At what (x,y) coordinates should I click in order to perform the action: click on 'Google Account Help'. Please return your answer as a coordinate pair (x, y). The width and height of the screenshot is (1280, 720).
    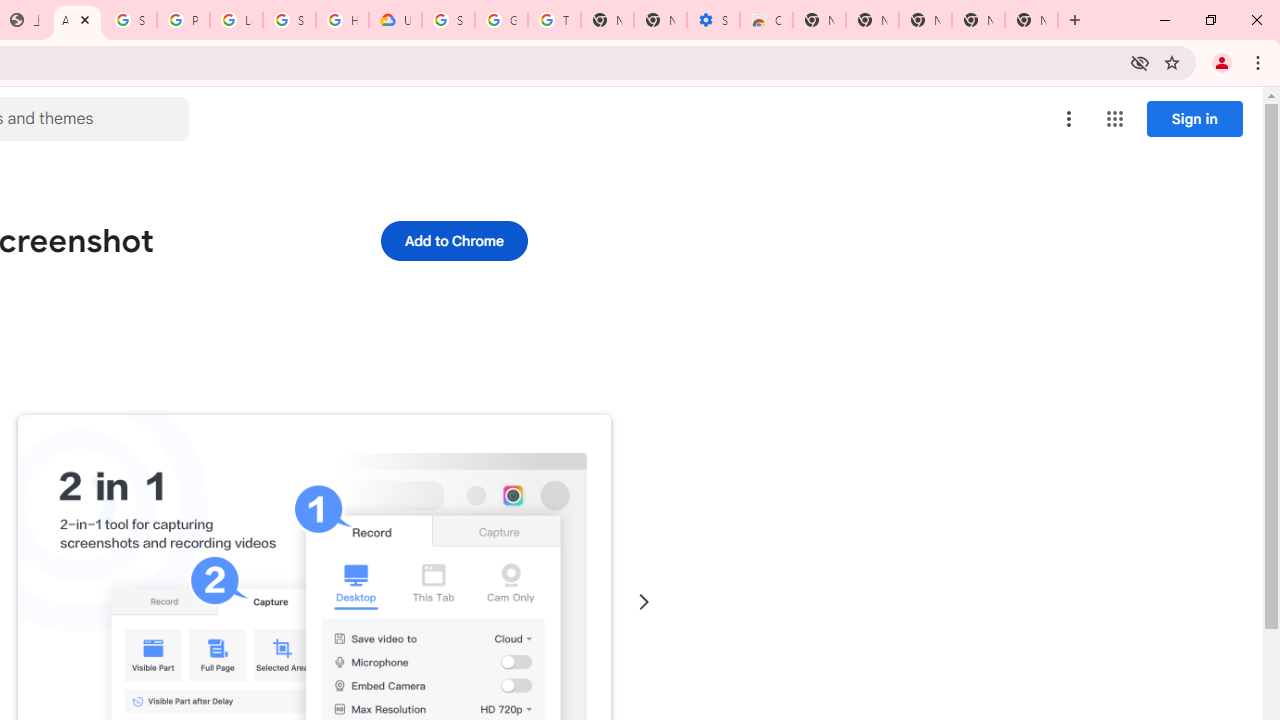
    Looking at the image, I should click on (501, 20).